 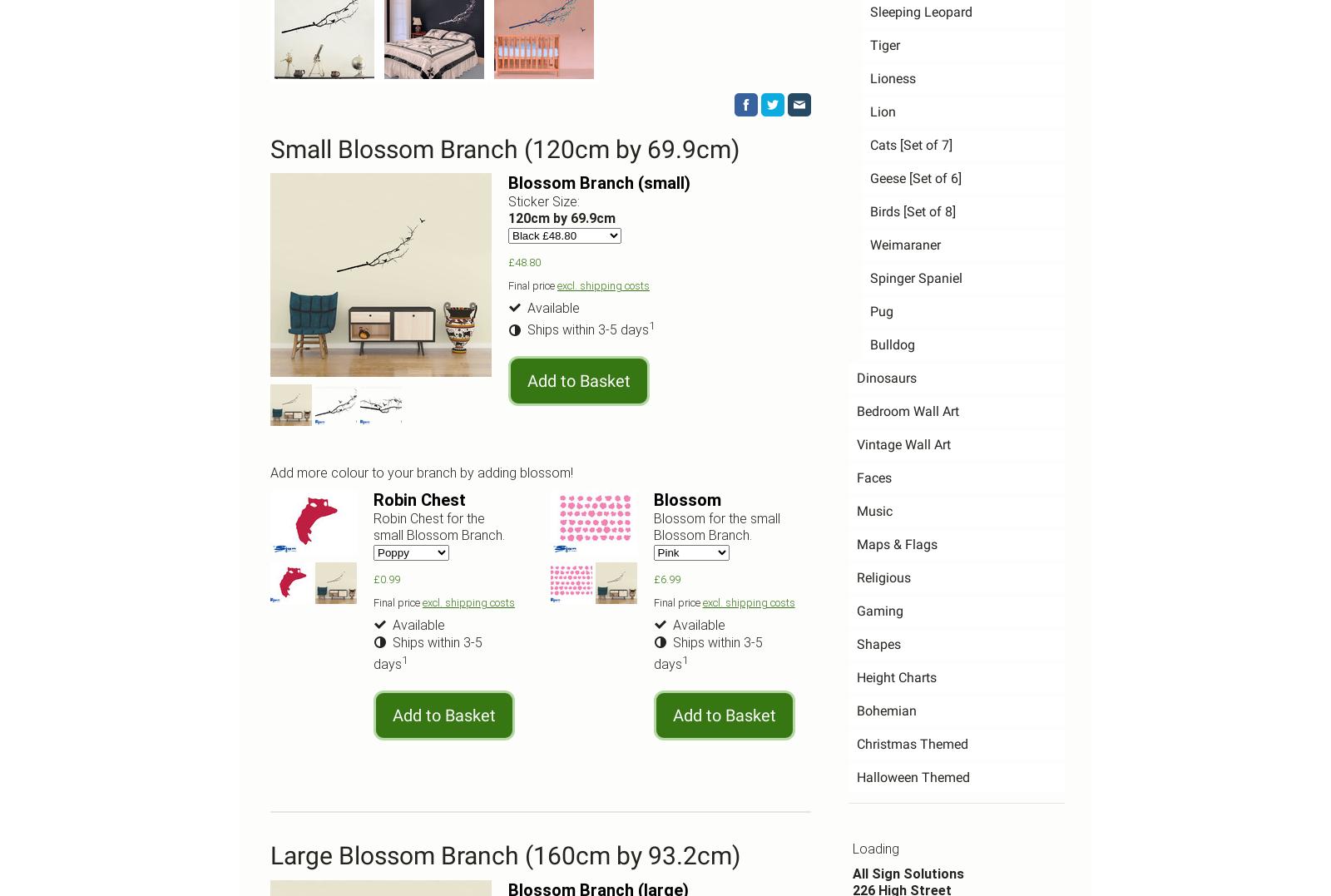 What do you see at coordinates (874, 509) in the screenshot?
I see `'Music'` at bounding box center [874, 509].